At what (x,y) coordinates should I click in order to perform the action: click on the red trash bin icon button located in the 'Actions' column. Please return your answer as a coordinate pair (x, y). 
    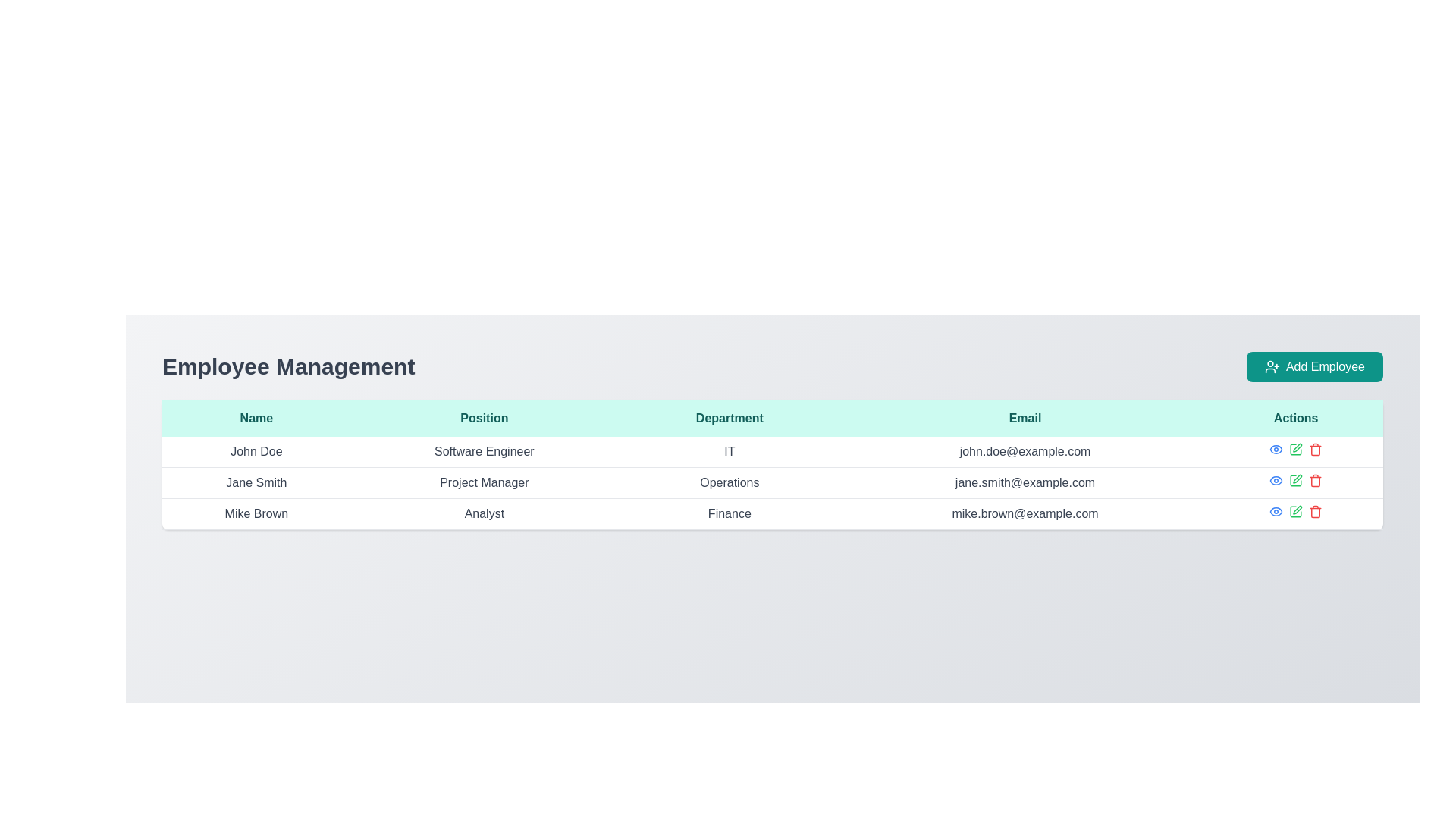
    Looking at the image, I should click on (1314, 480).